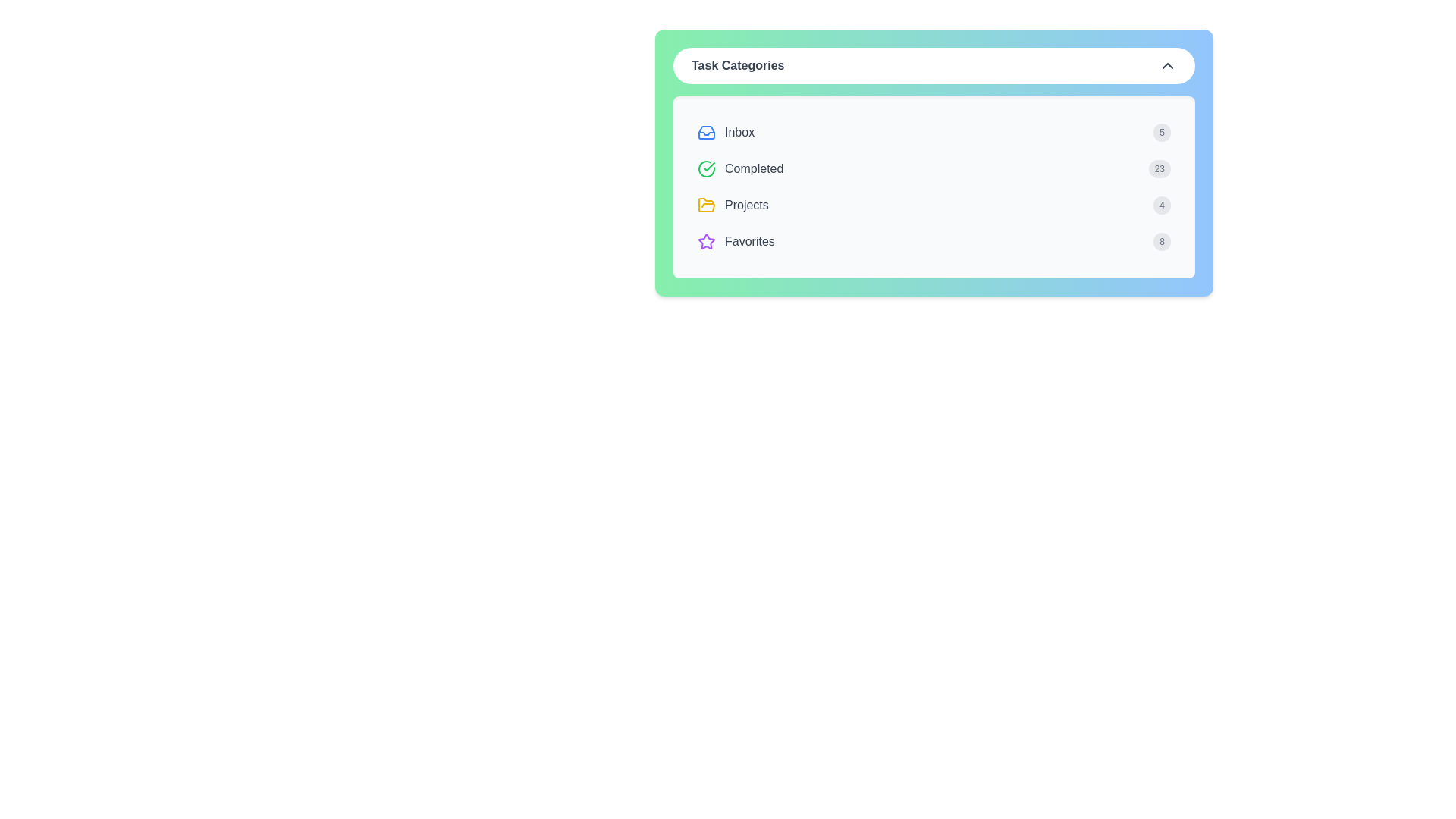  I want to click on keyboard navigation, so click(705, 205).